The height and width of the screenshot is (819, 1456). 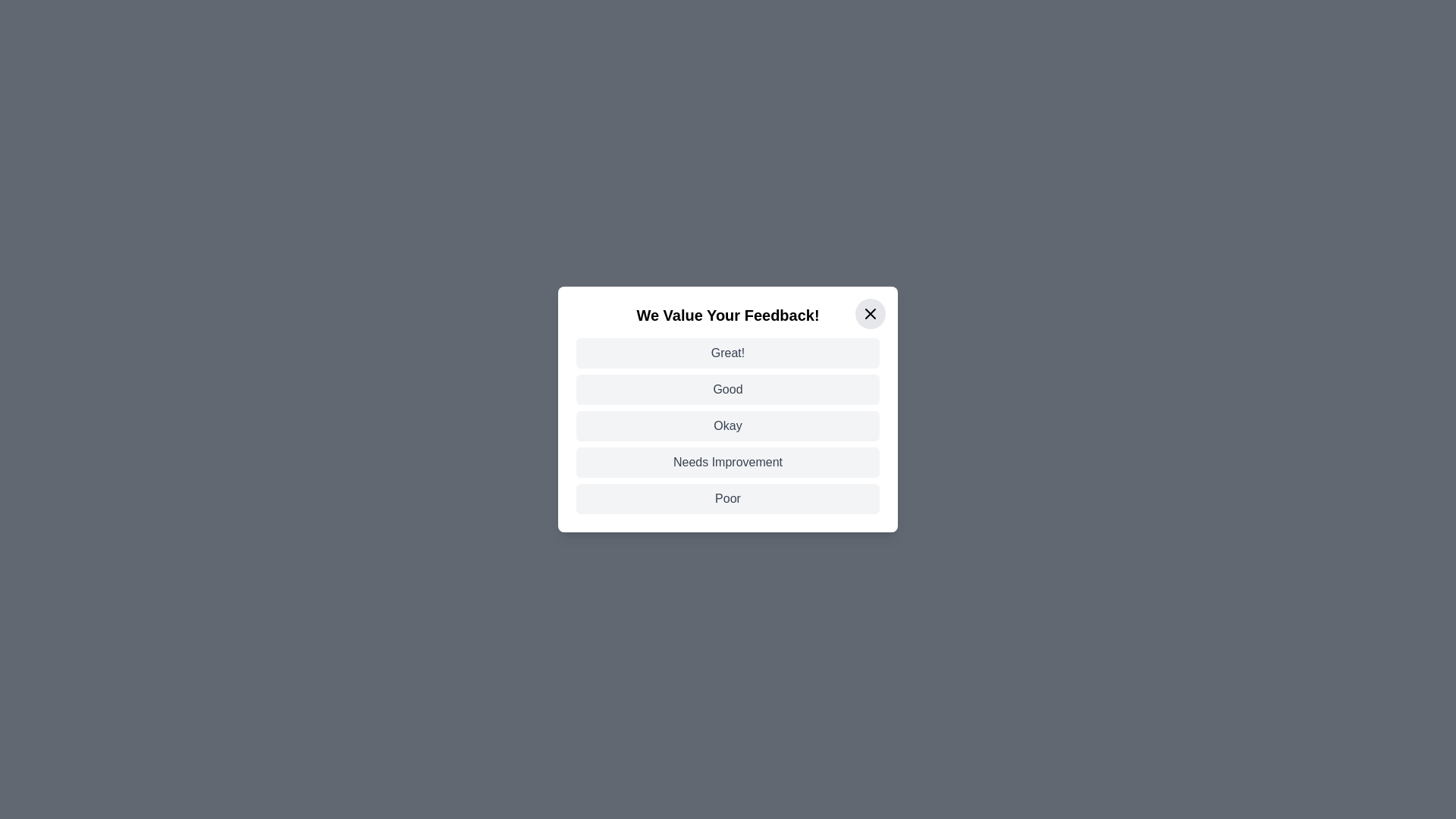 What do you see at coordinates (728, 388) in the screenshot?
I see `the feedback option Good` at bounding box center [728, 388].